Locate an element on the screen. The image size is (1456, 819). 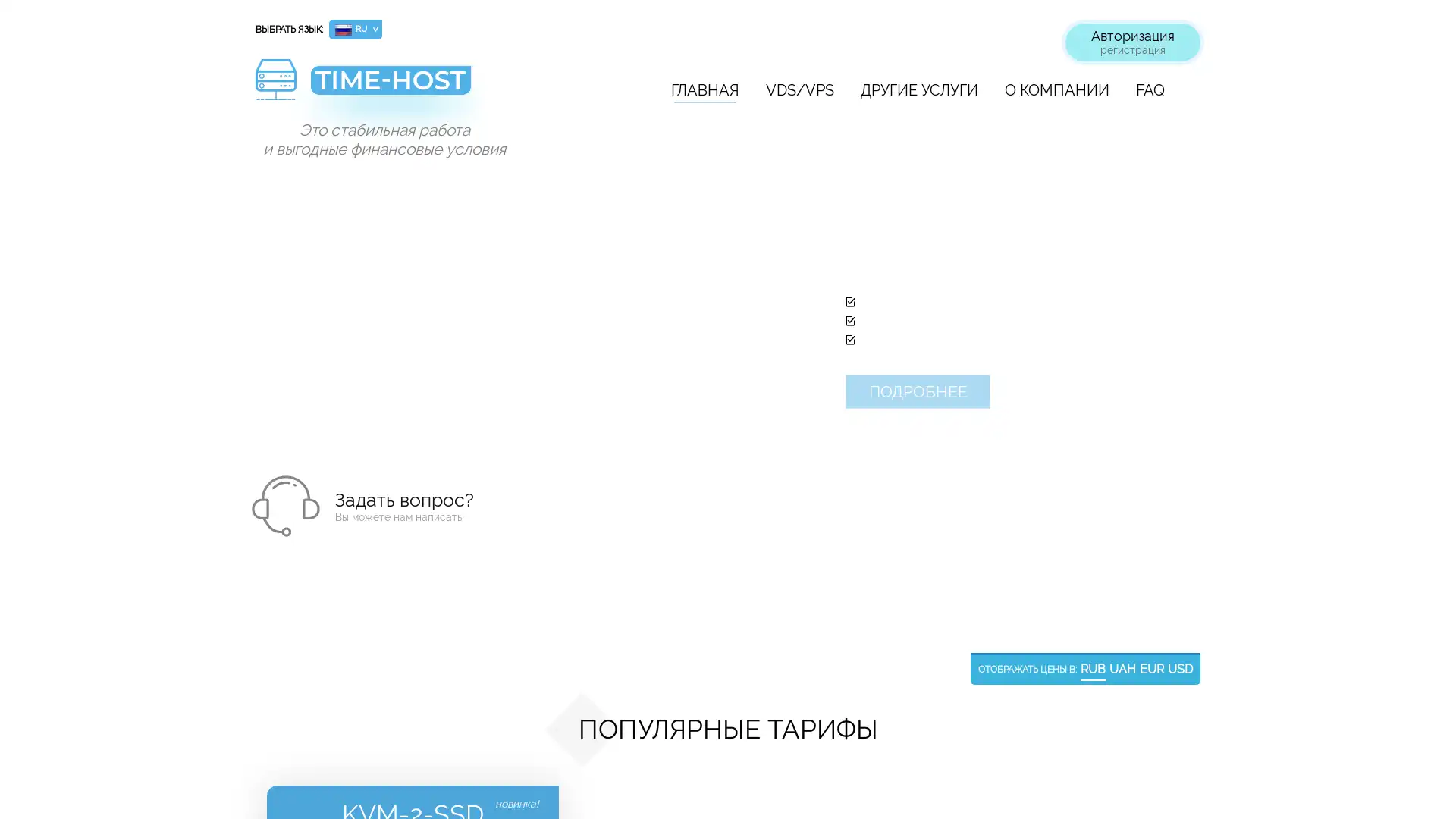
ru RU is located at coordinates (355, 29).